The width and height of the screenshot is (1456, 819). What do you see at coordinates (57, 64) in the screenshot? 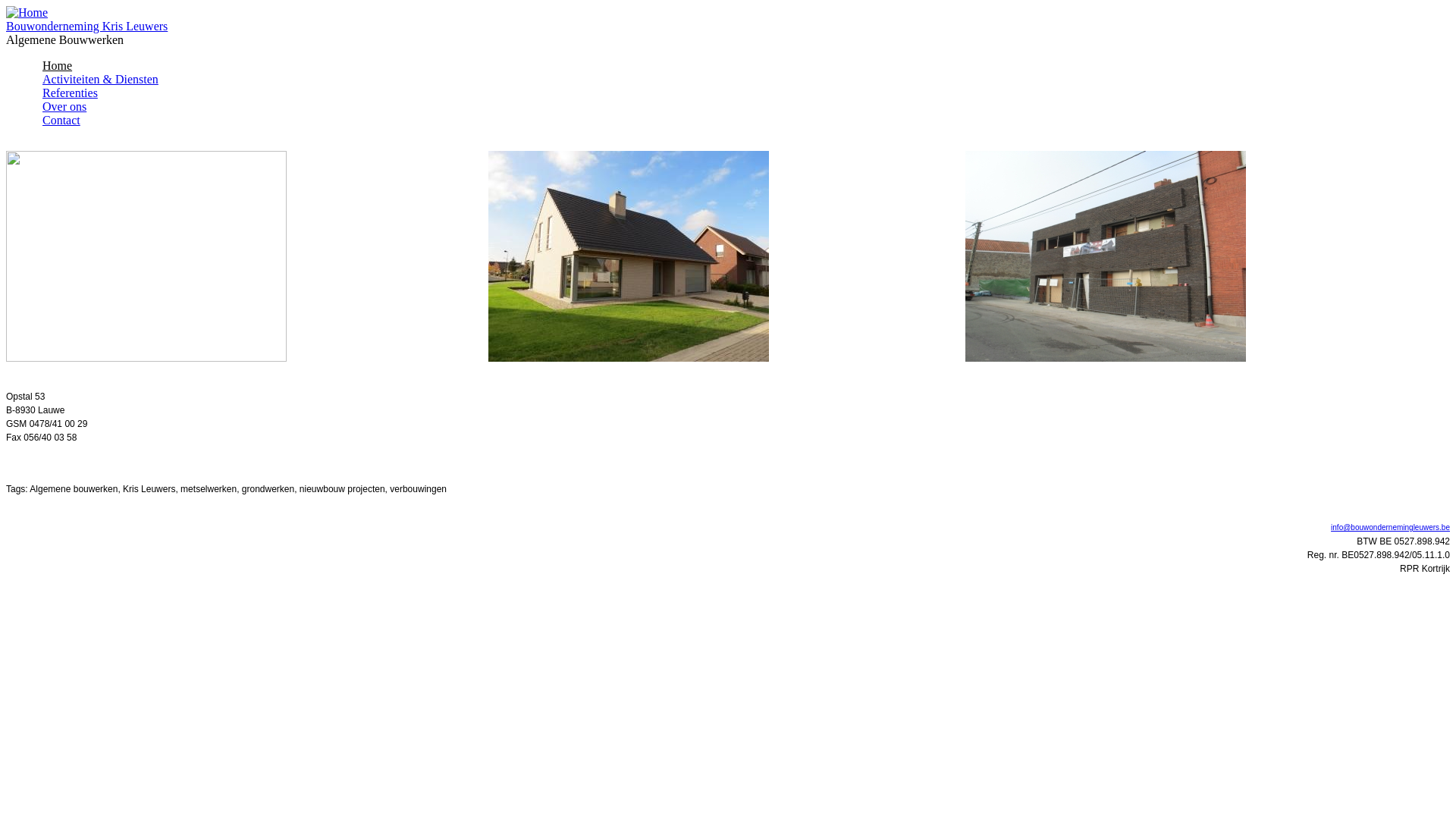
I see `'Home'` at bounding box center [57, 64].